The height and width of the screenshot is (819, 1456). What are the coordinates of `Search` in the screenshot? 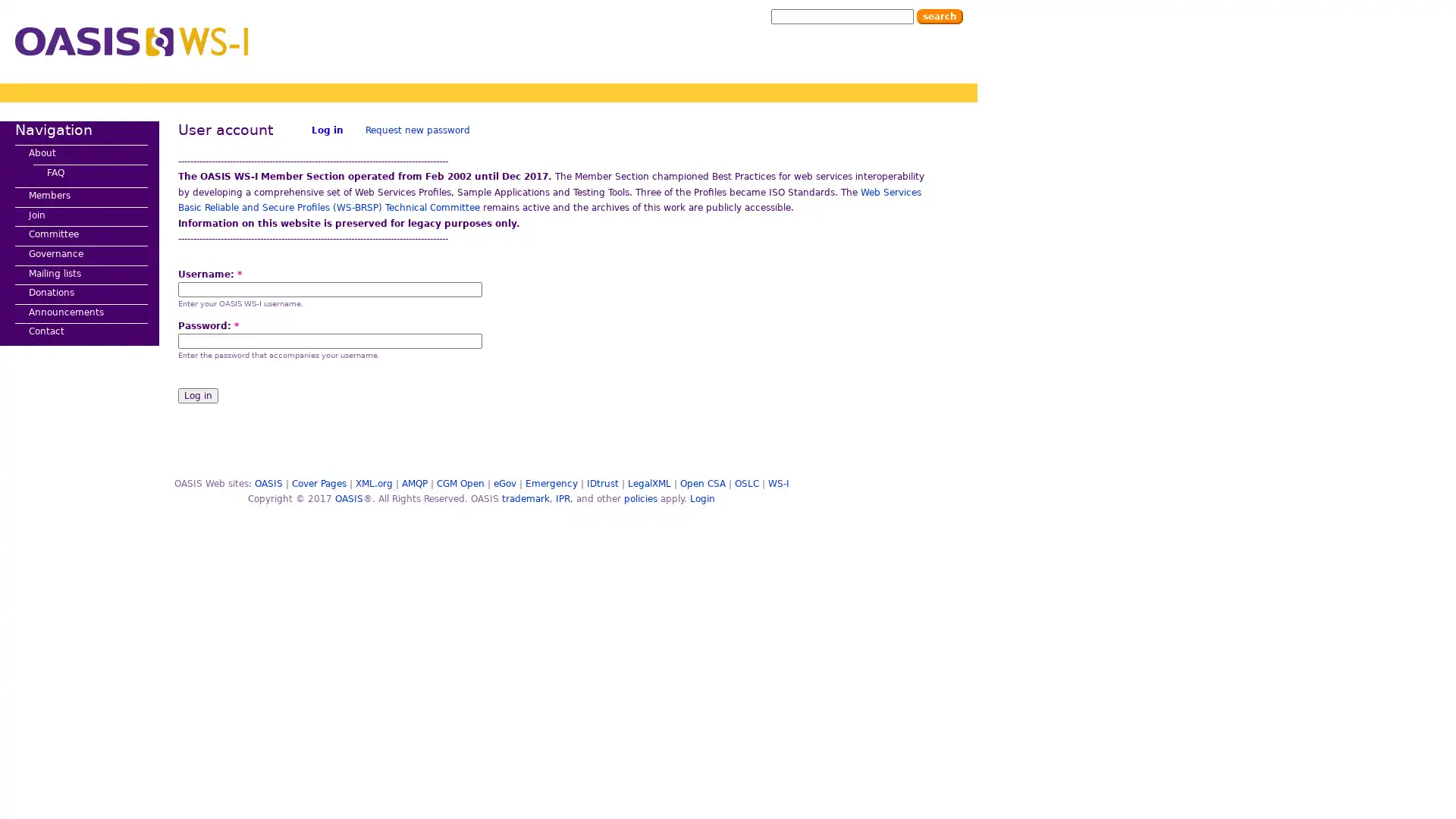 It's located at (939, 17).